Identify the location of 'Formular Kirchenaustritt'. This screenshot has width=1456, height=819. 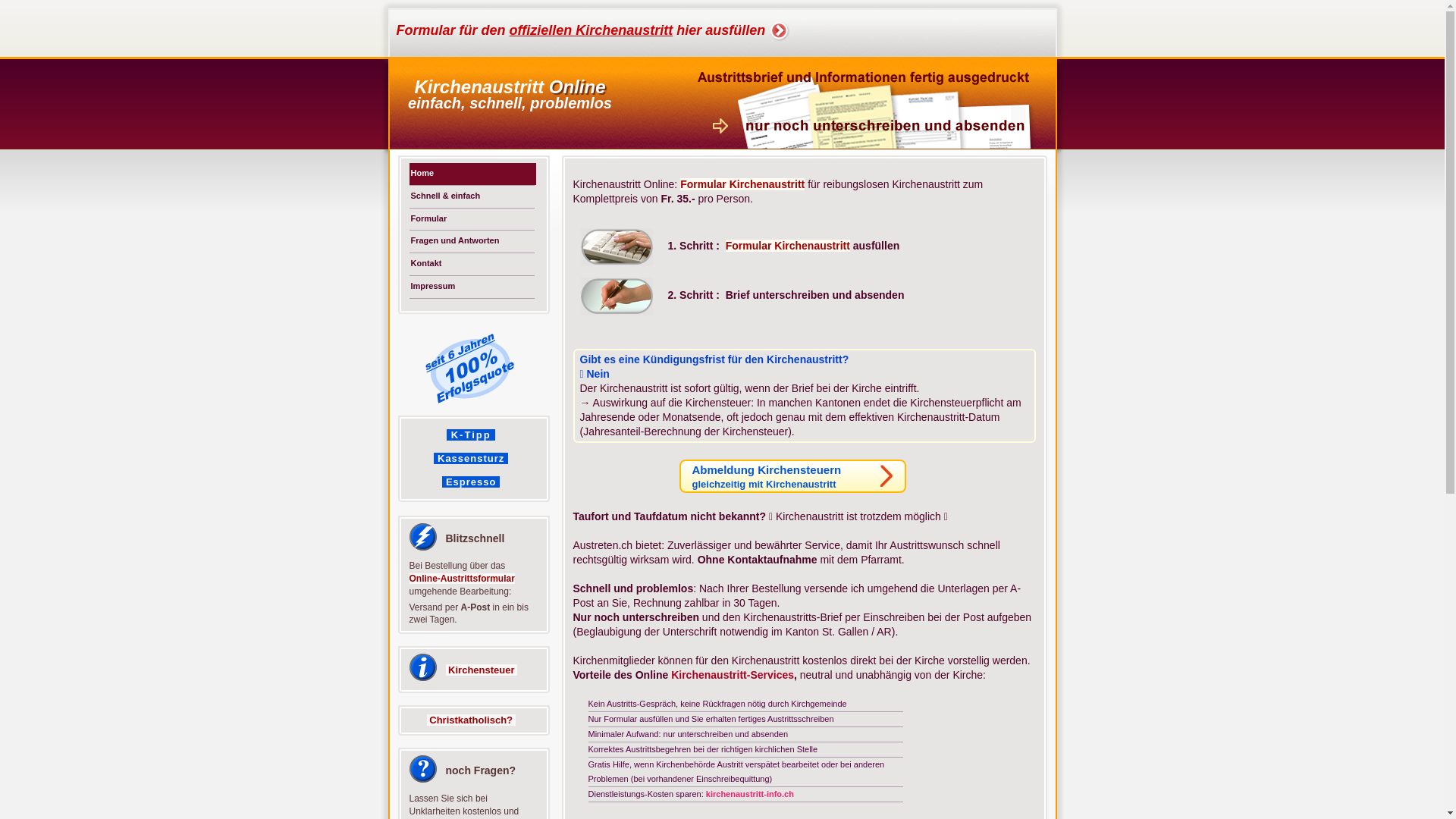
(742, 184).